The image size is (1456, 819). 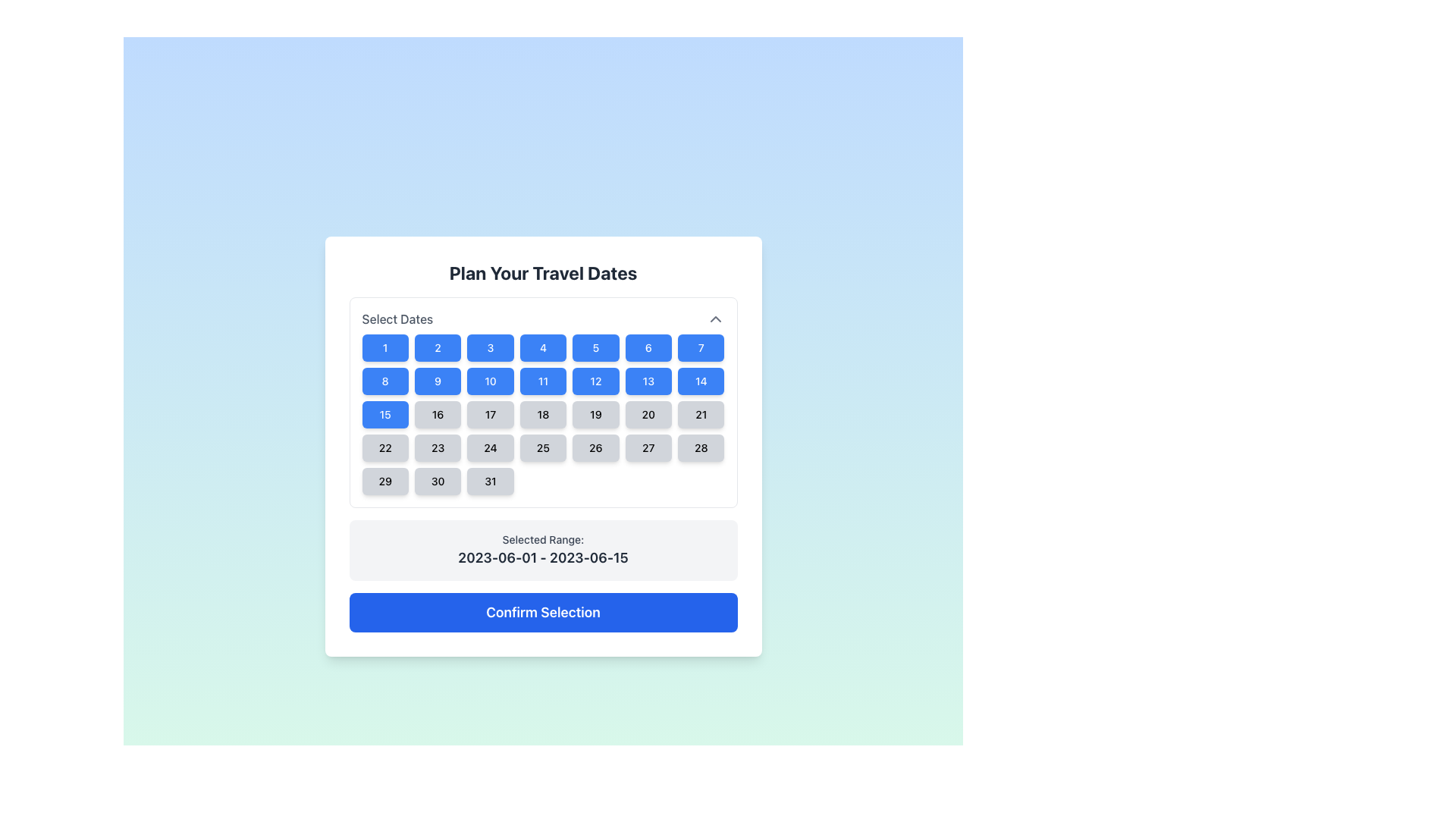 What do you see at coordinates (385, 380) in the screenshot?
I see `the button labeled '8' in the second row and first column of the calendar grid within the 'Select Dates' section` at bounding box center [385, 380].